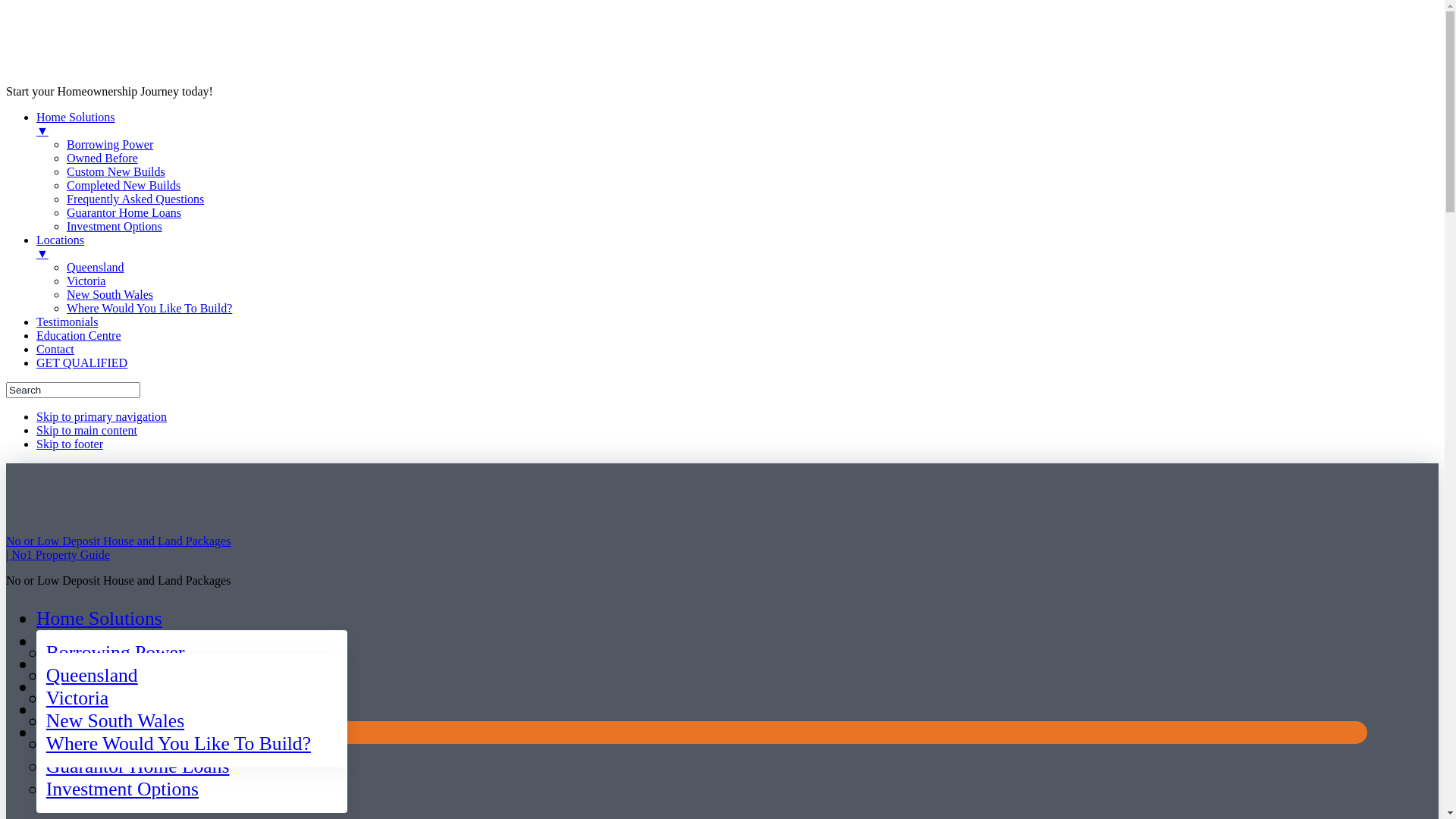 The height and width of the screenshot is (819, 1456). What do you see at coordinates (86, 430) in the screenshot?
I see `'Skip to main content'` at bounding box center [86, 430].